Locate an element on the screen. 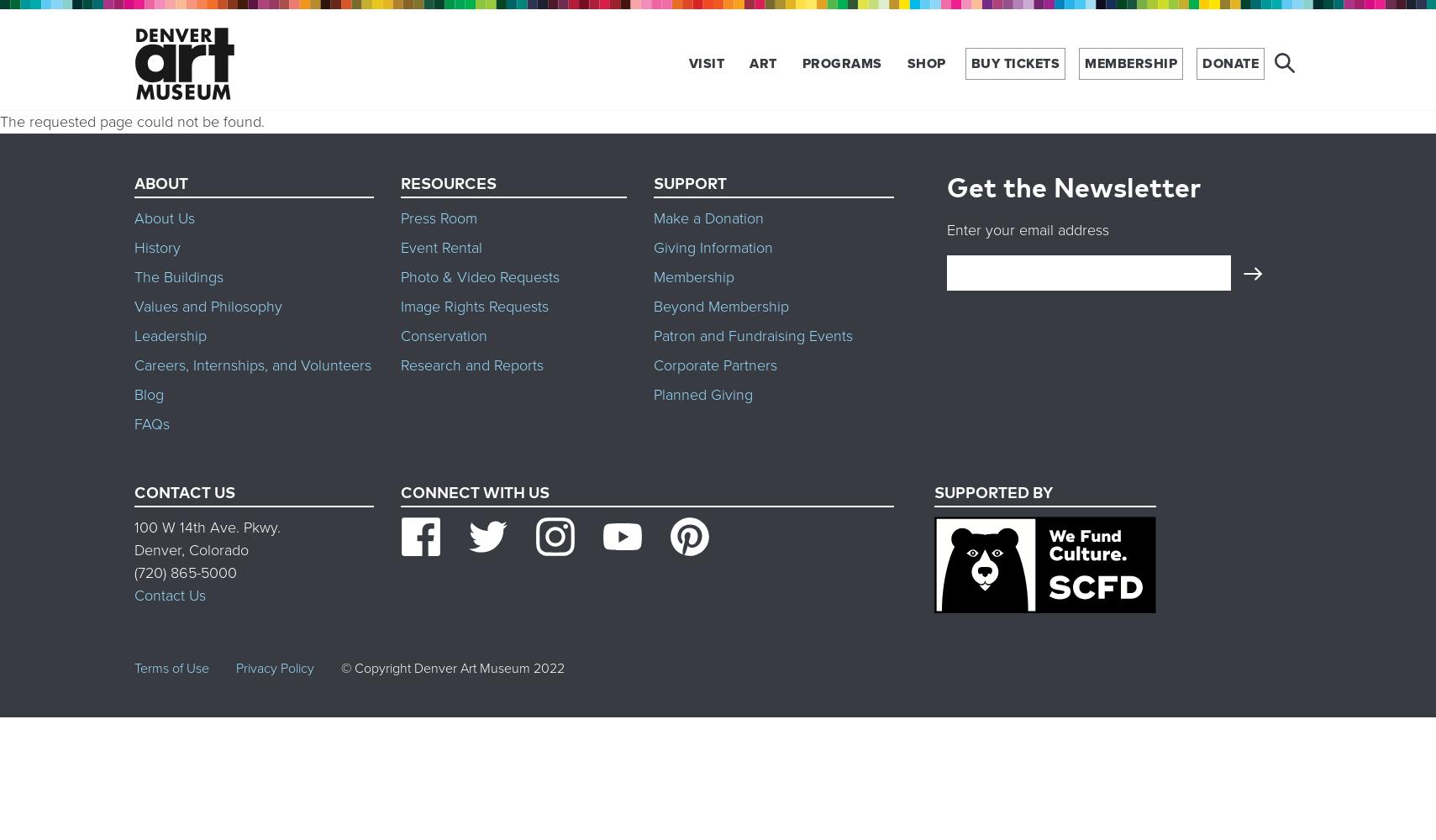 The image size is (1436, 840). 'Shop' is located at coordinates (925, 62).